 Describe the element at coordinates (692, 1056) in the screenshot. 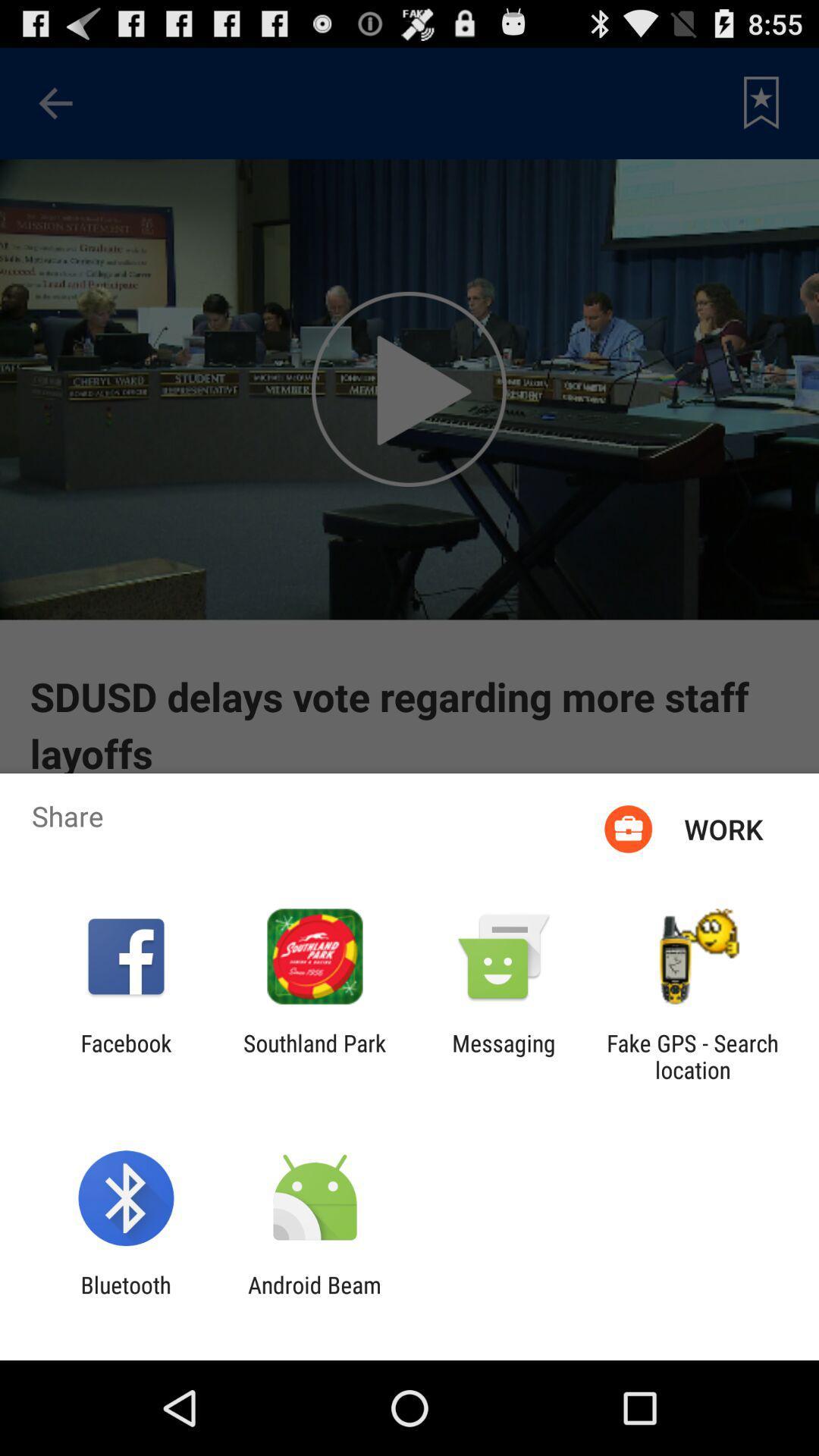

I see `item to the right of messaging` at that location.